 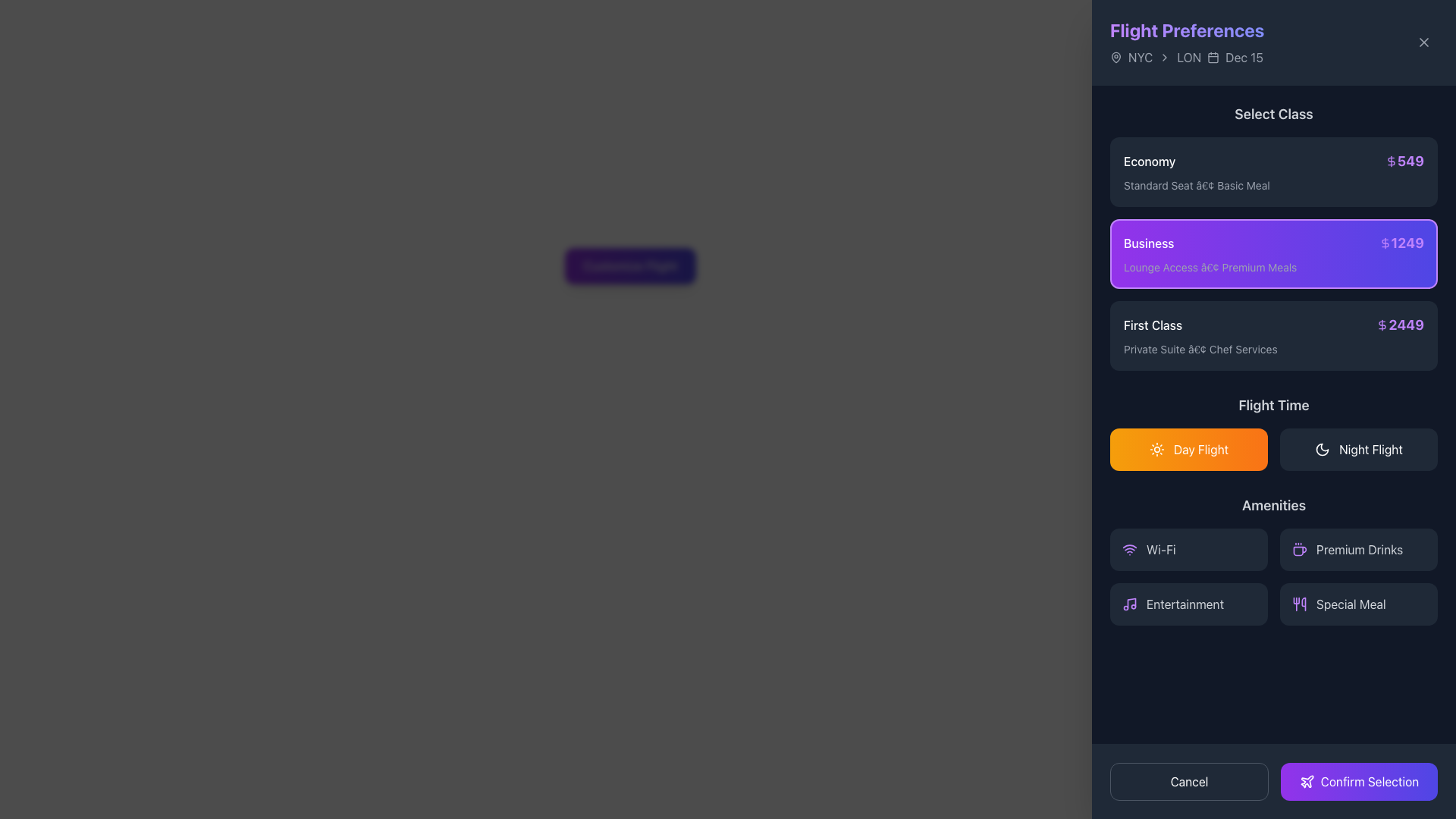 I want to click on the 'Special Meal' button located in the 'Amenities' section, which is the fourth item in the grid layout, so click(x=1358, y=604).